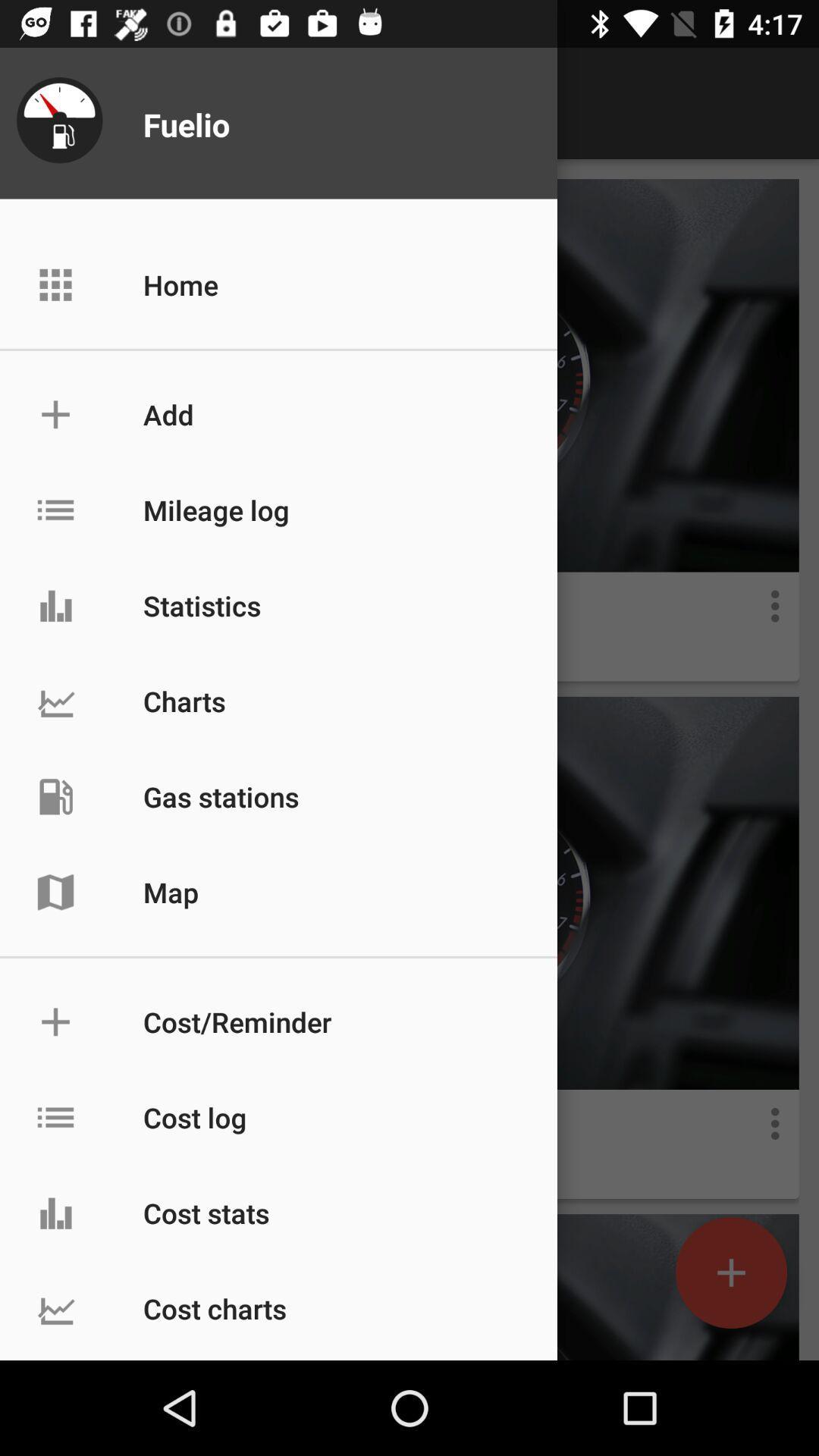 The image size is (819, 1456). I want to click on more button in second image, so click(775, 1124).